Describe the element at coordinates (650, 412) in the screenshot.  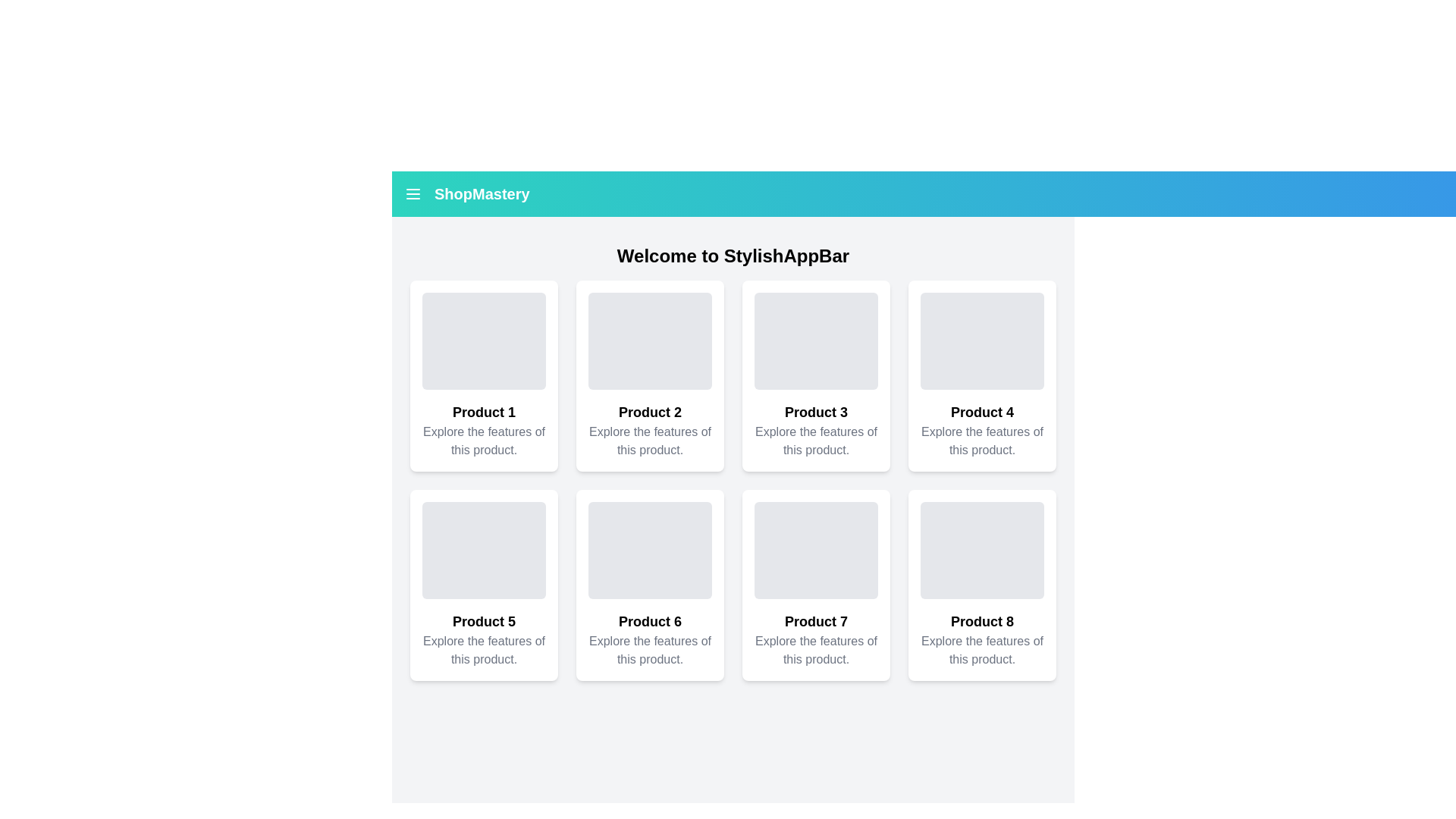
I see `the Text label that serves as a title for the associated product card, located in the second card of the first row, below the gray placeholder area` at that location.